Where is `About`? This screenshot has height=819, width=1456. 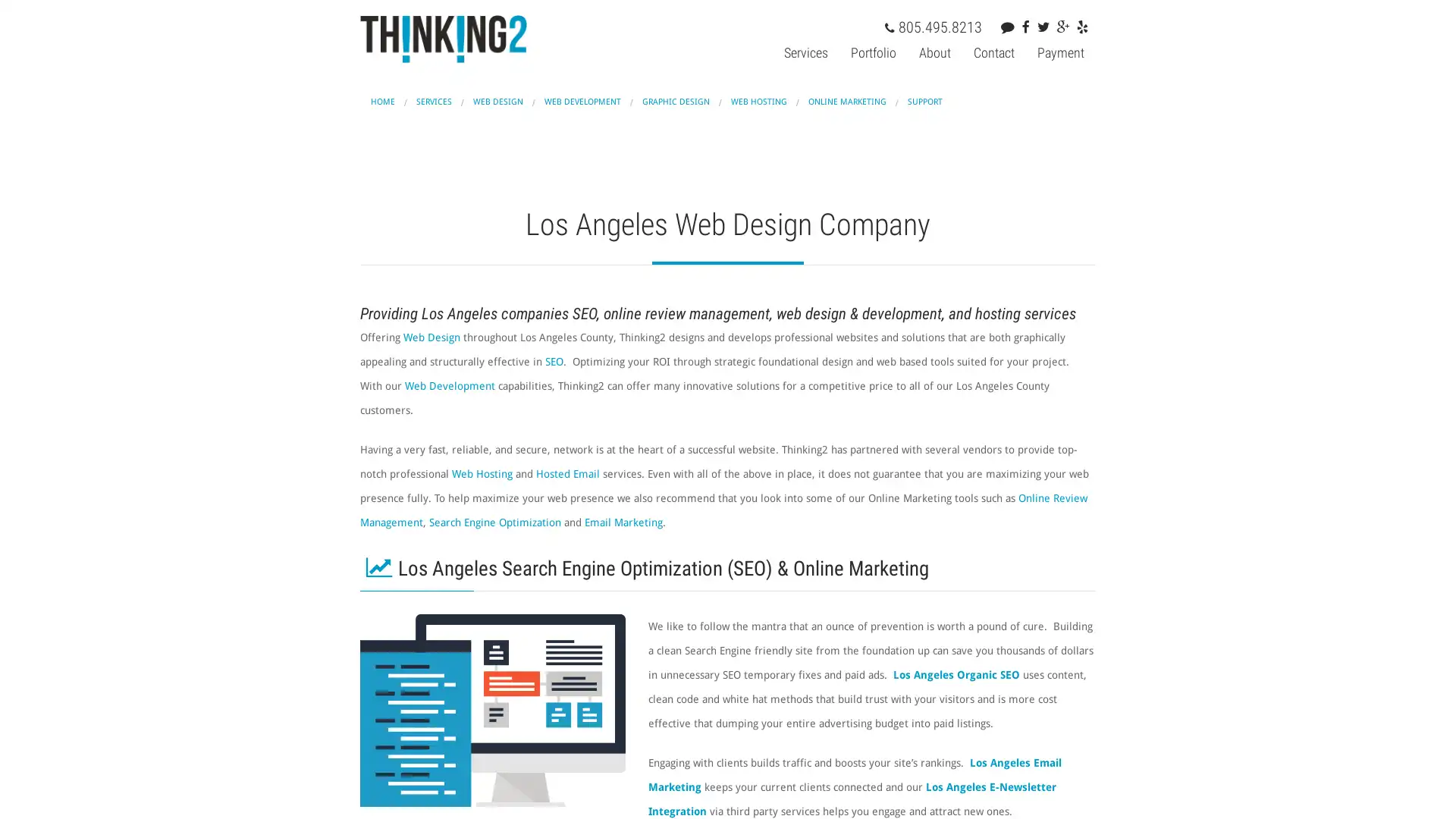 About is located at coordinates (934, 52).